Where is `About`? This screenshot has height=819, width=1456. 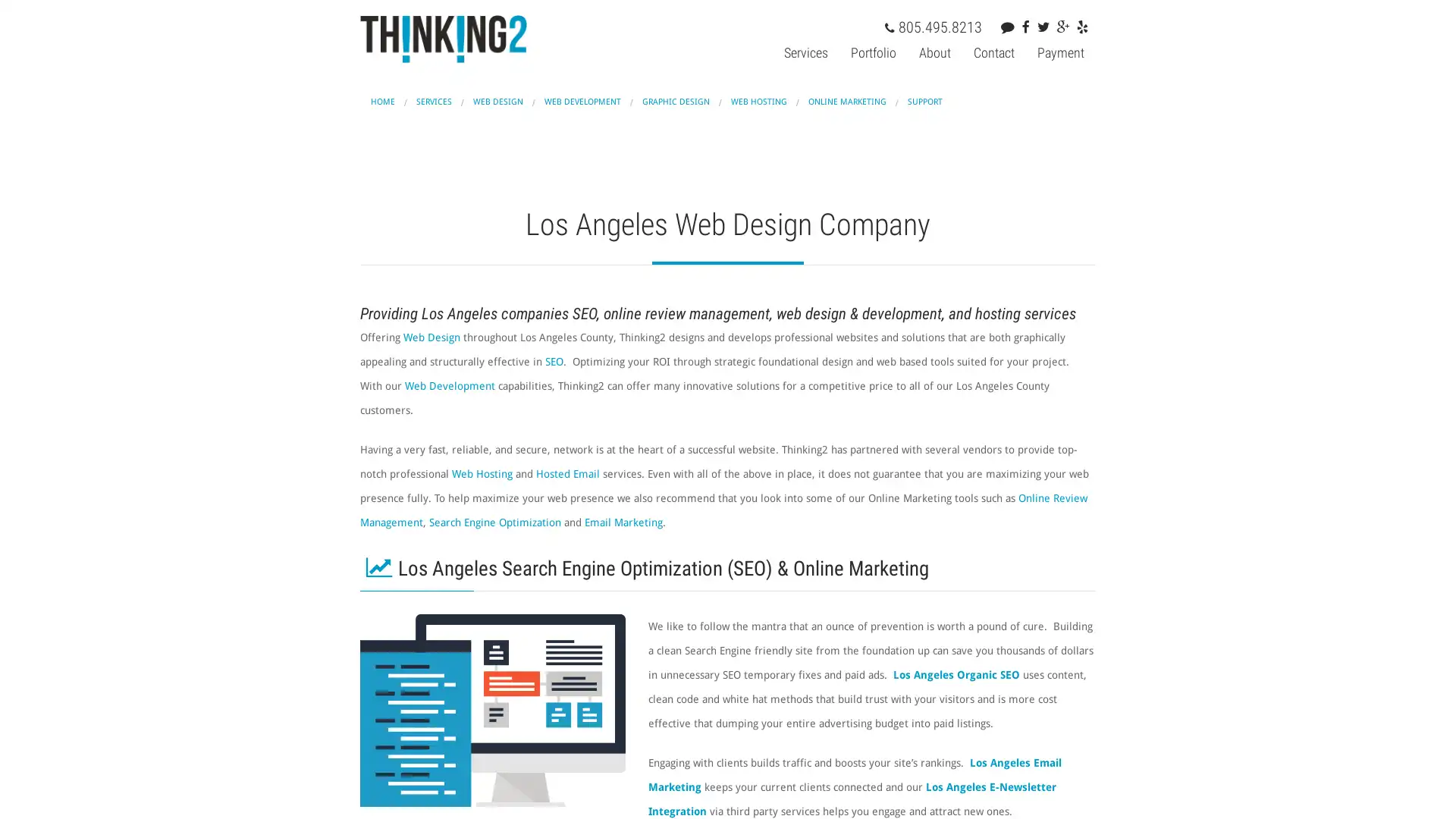 About is located at coordinates (934, 52).